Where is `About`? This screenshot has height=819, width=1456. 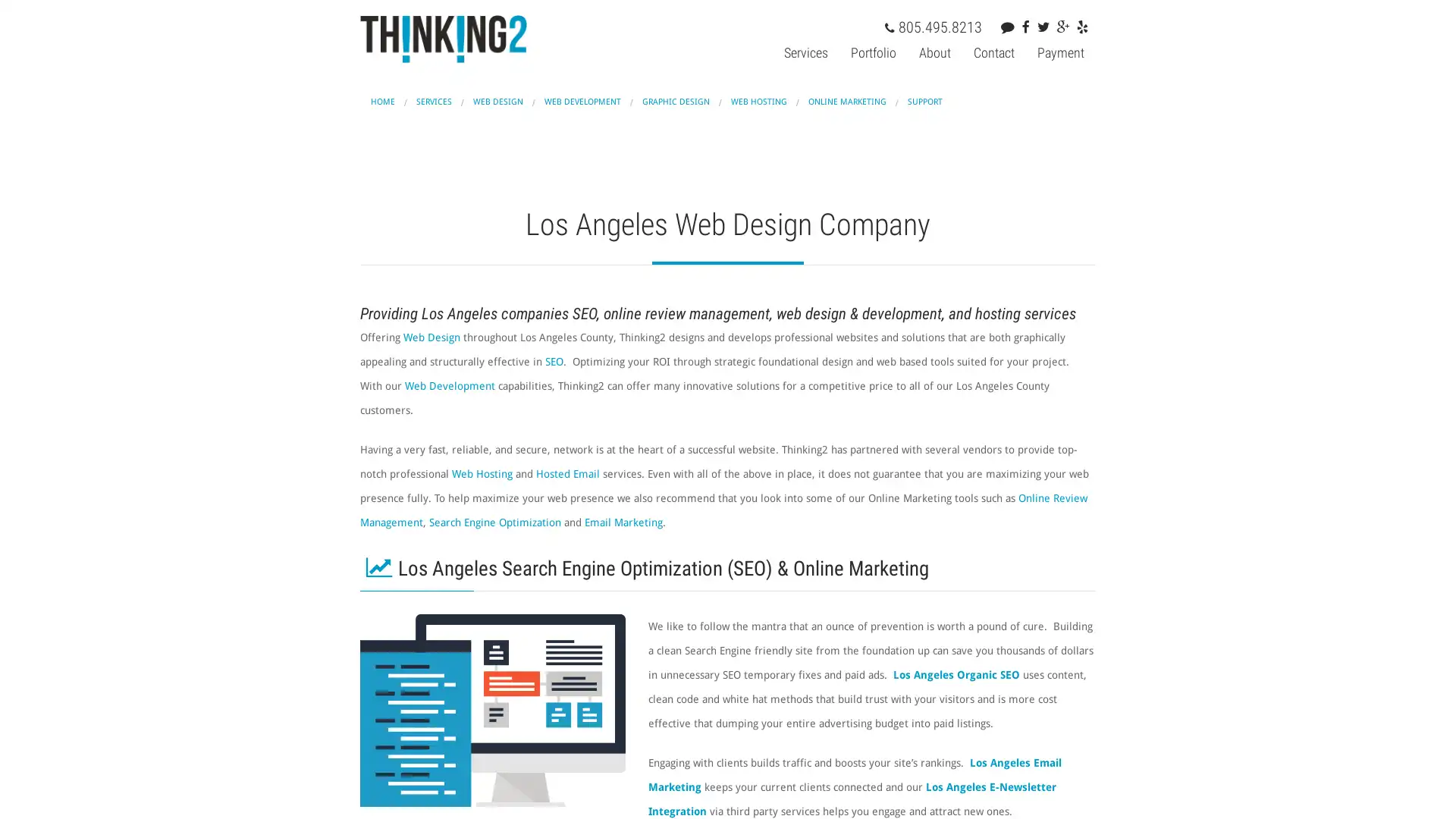 About is located at coordinates (934, 52).